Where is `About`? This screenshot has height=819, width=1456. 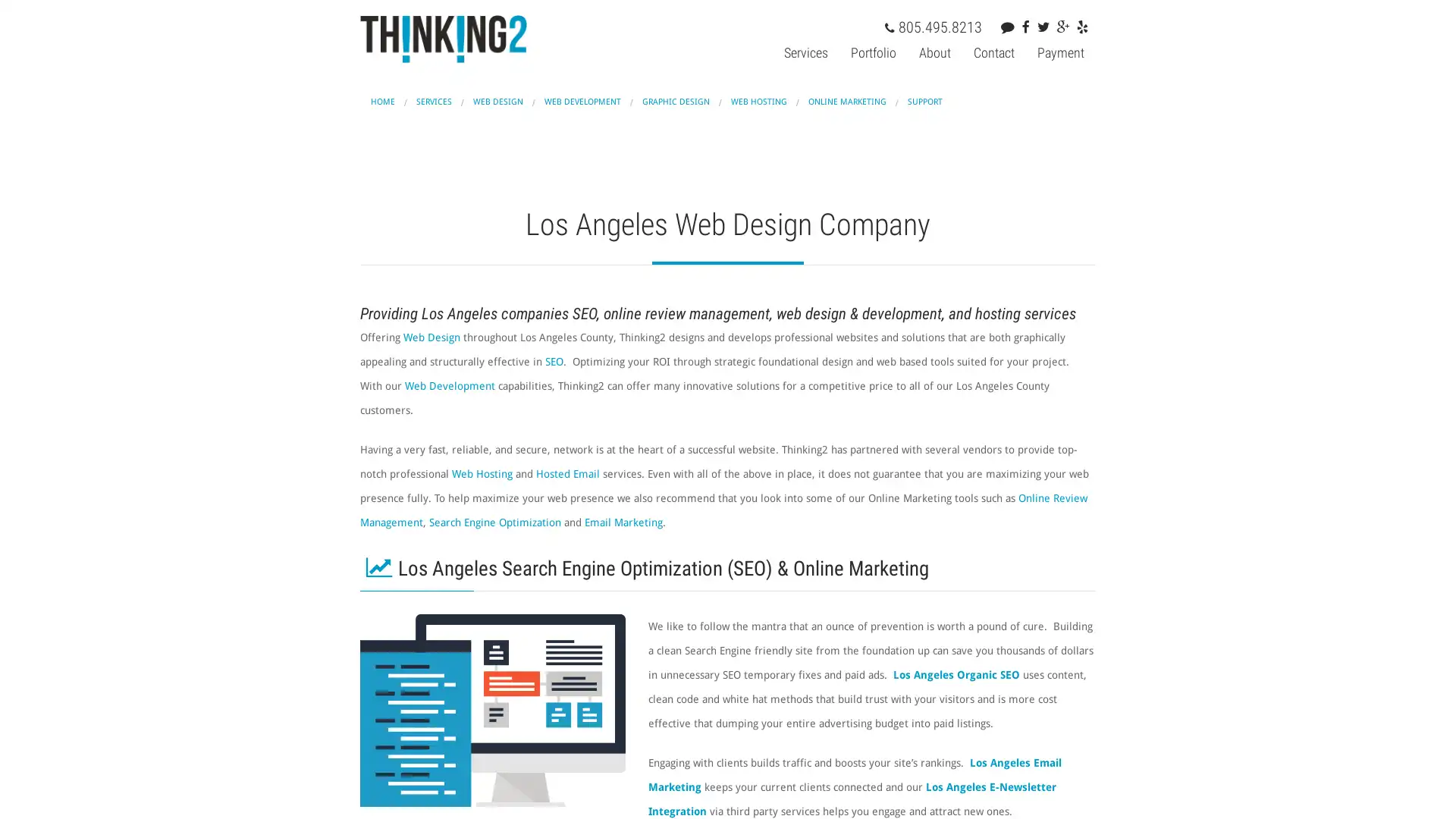 About is located at coordinates (934, 52).